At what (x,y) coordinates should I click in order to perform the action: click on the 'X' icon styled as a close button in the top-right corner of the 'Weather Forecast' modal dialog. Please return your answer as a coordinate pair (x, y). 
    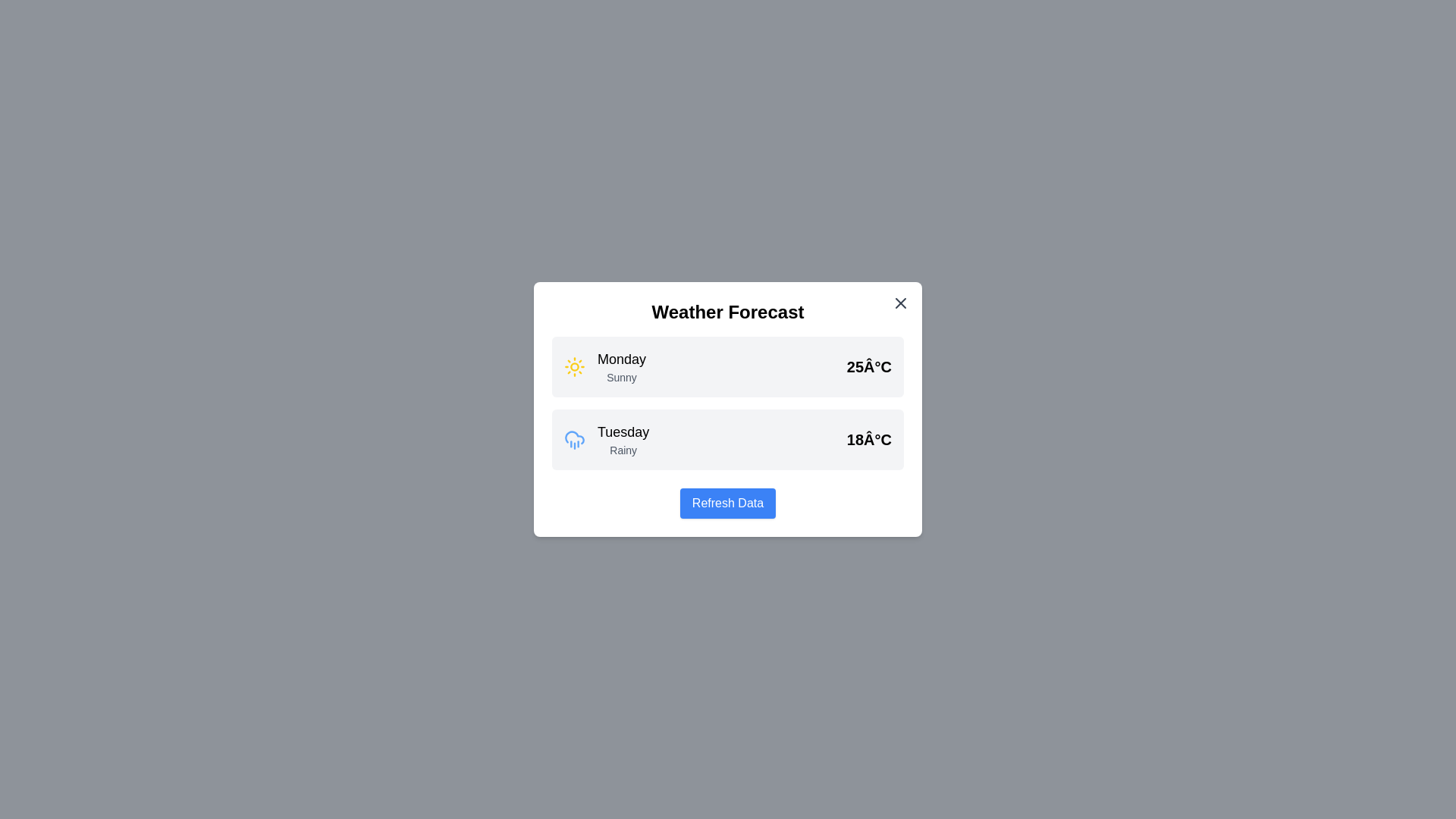
    Looking at the image, I should click on (901, 303).